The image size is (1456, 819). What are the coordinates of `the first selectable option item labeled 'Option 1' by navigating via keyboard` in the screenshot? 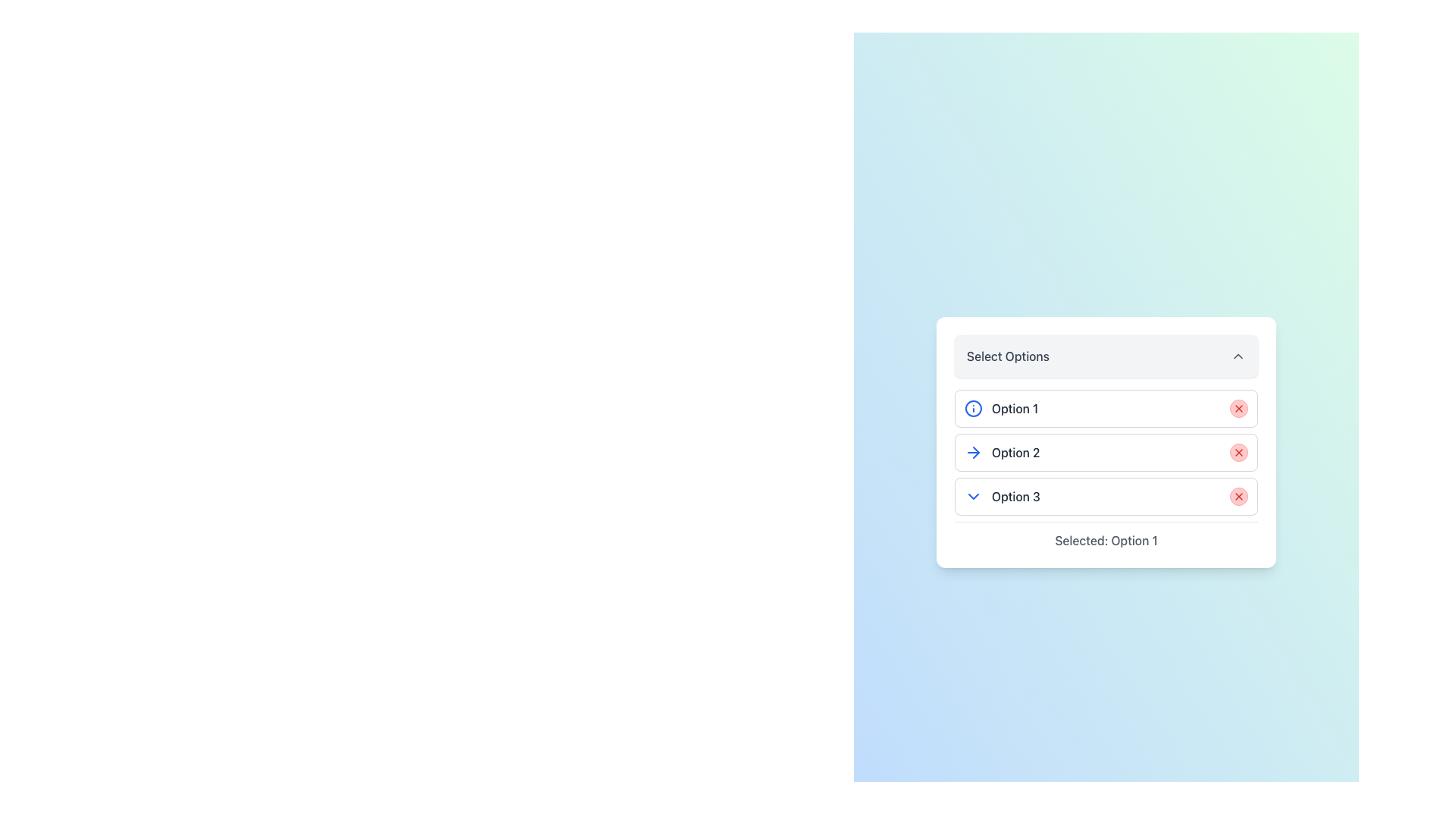 It's located at (1106, 407).